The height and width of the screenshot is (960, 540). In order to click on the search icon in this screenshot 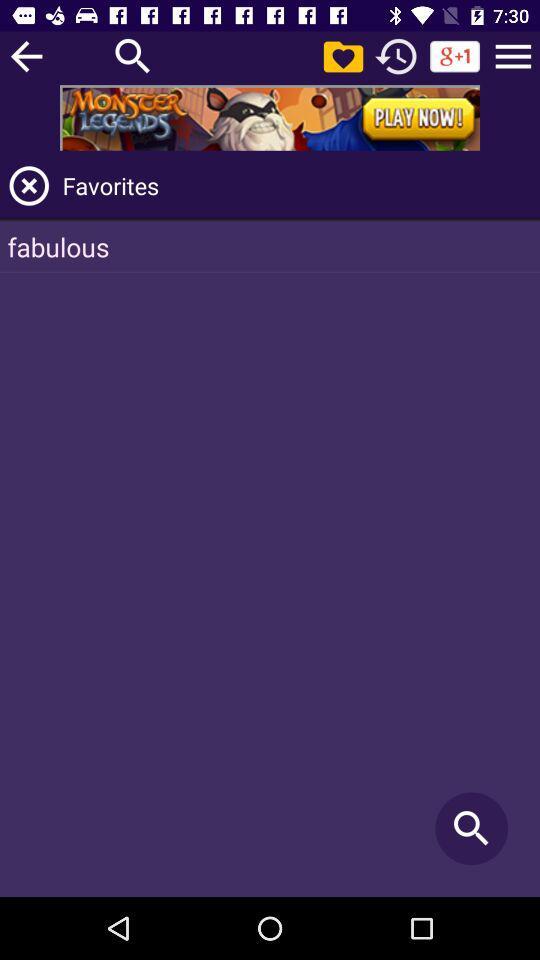, I will do `click(133, 55)`.